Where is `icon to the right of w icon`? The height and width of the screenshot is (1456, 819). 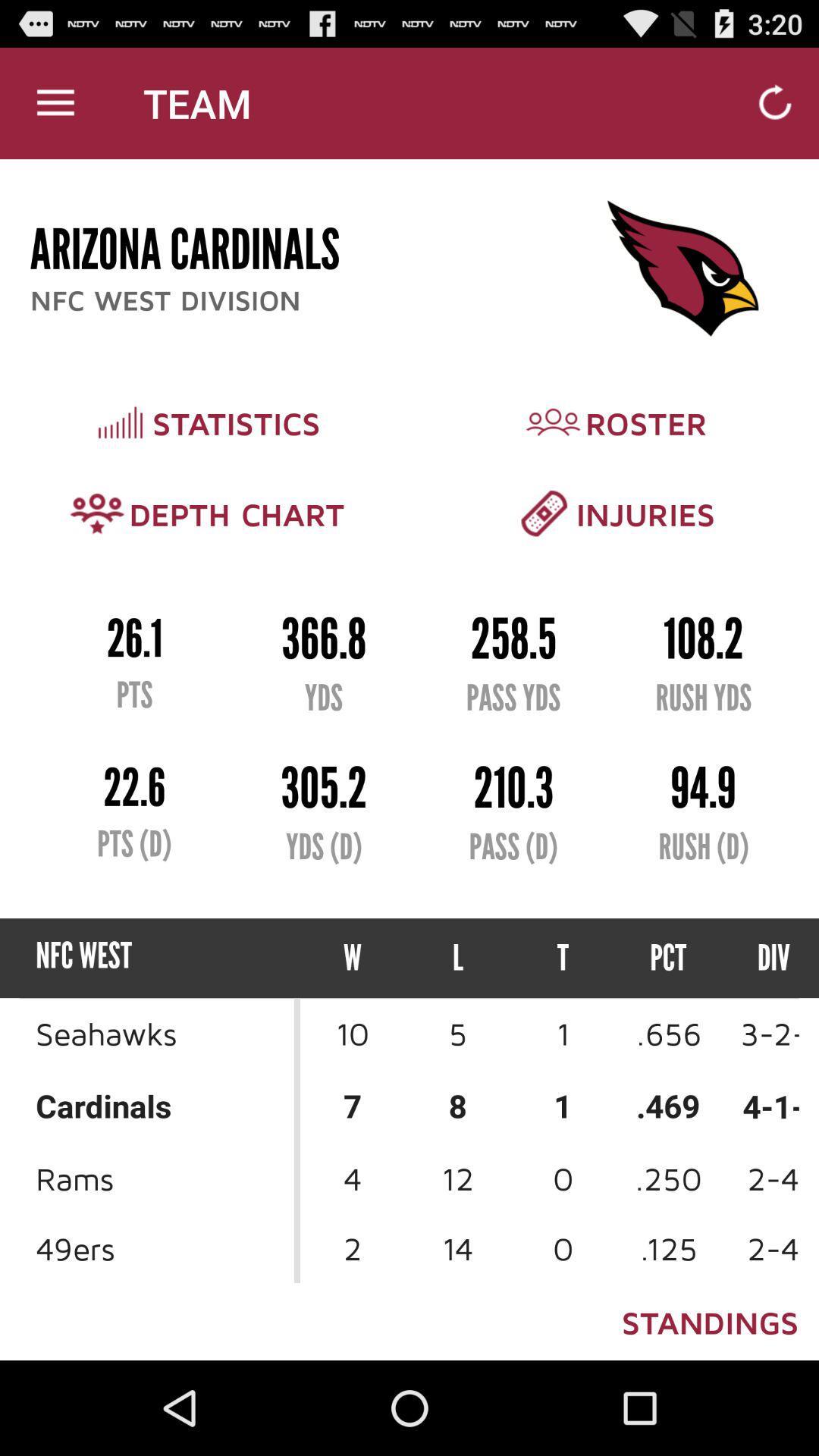 icon to the right of w icon is located at coordinates (457, 957).